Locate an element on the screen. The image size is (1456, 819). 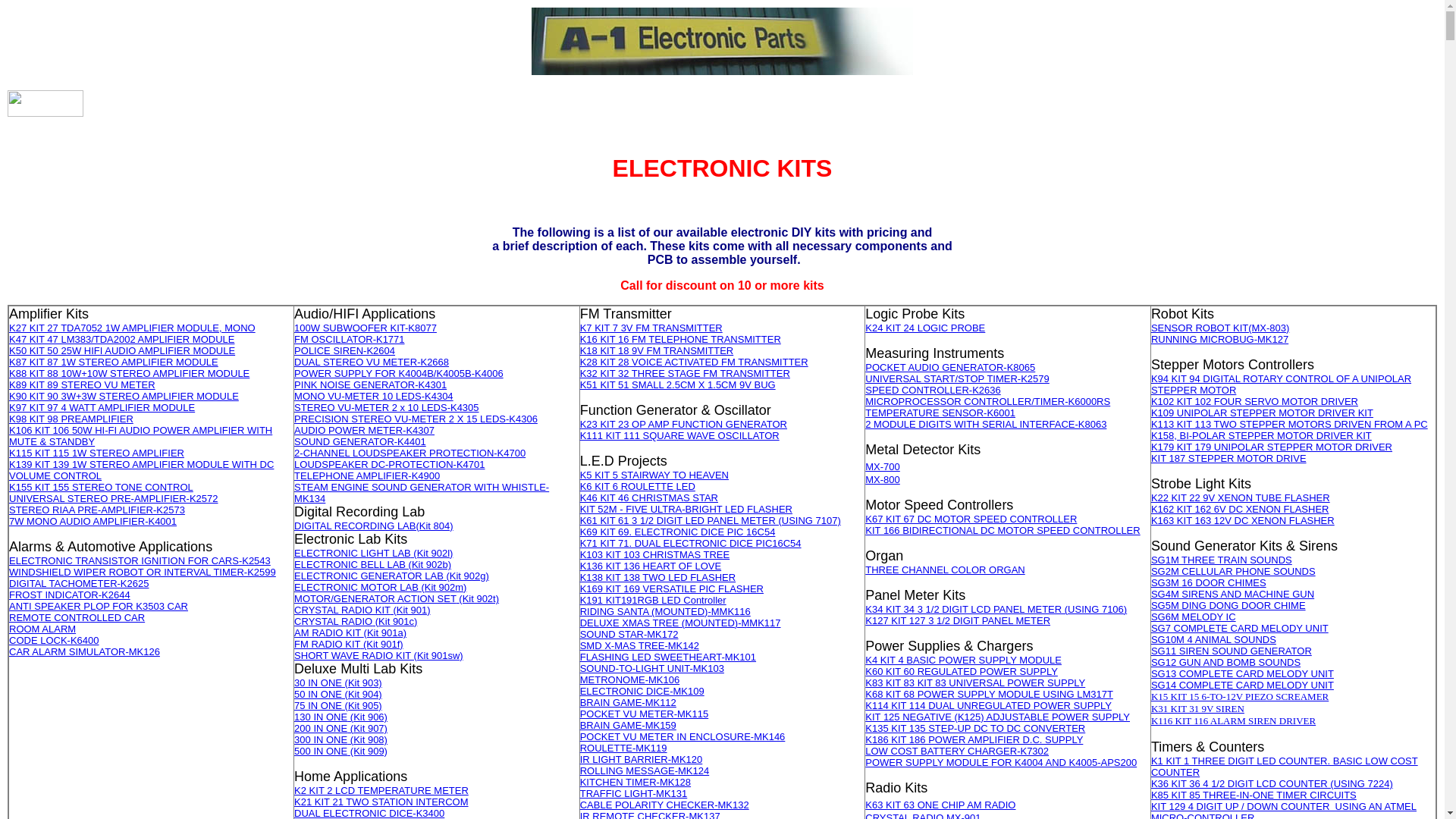
'TELEPHONE AMPLIFIER-K4900' is located at coordinates (367, 475).